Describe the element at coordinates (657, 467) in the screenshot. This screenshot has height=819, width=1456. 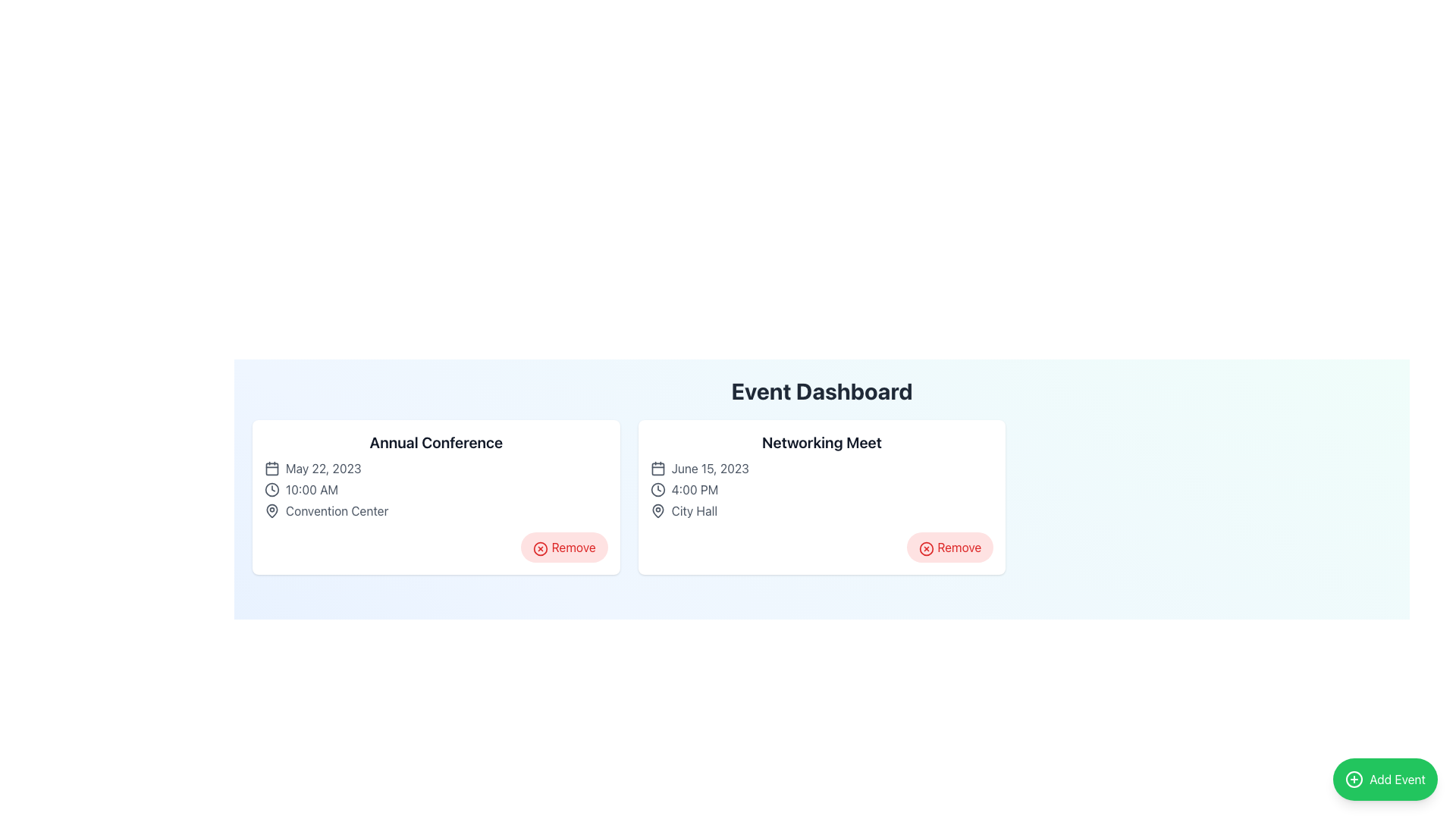
I see `the calendar icon located to the left of the 'June 15, 2023' date text under the 'Networking Meet' header in the second card` at that location.